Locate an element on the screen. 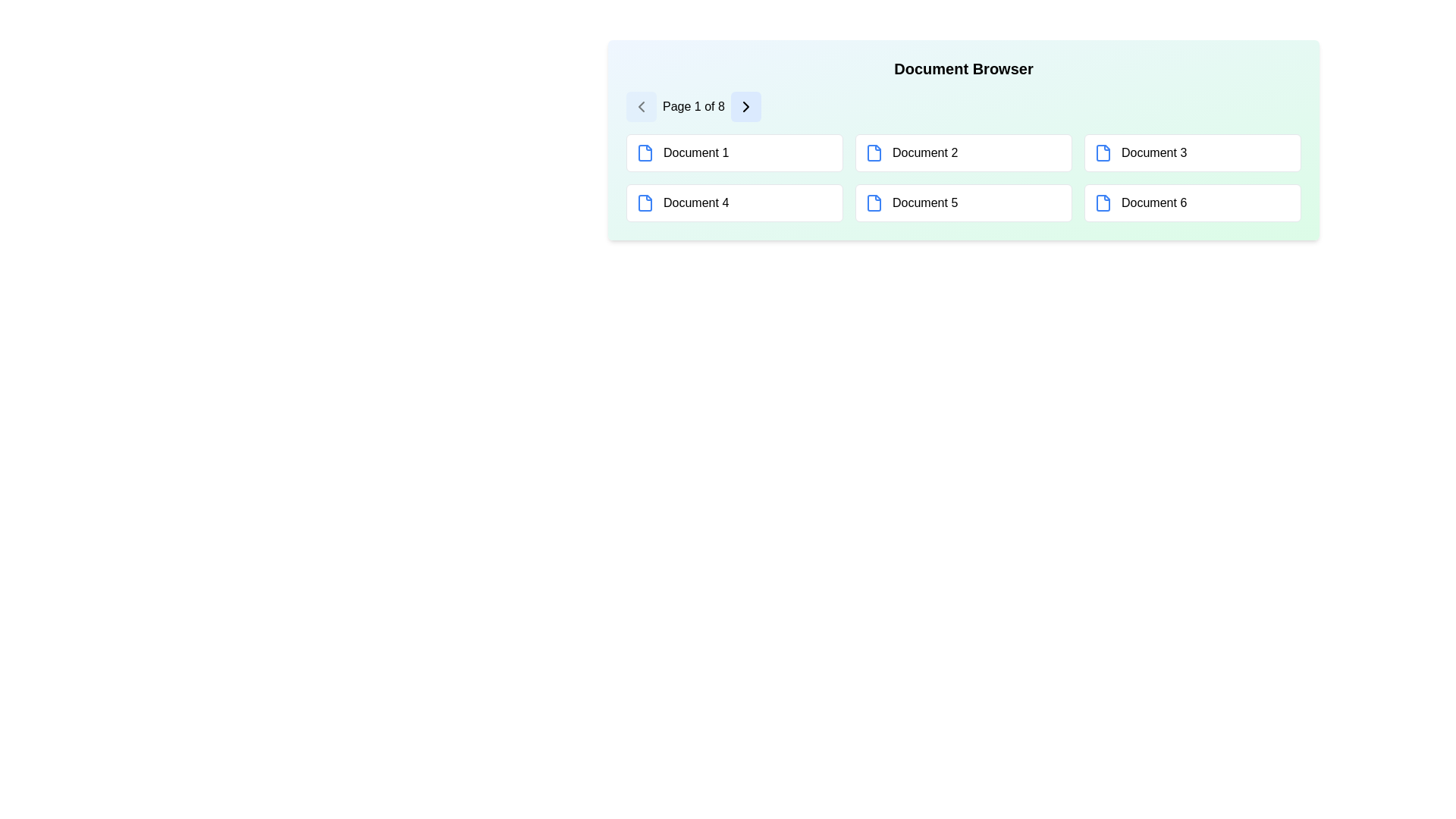 The height and width of the screenshot is (819, 1456). the white document icon with a blue border is located at coordinates (645, 202).